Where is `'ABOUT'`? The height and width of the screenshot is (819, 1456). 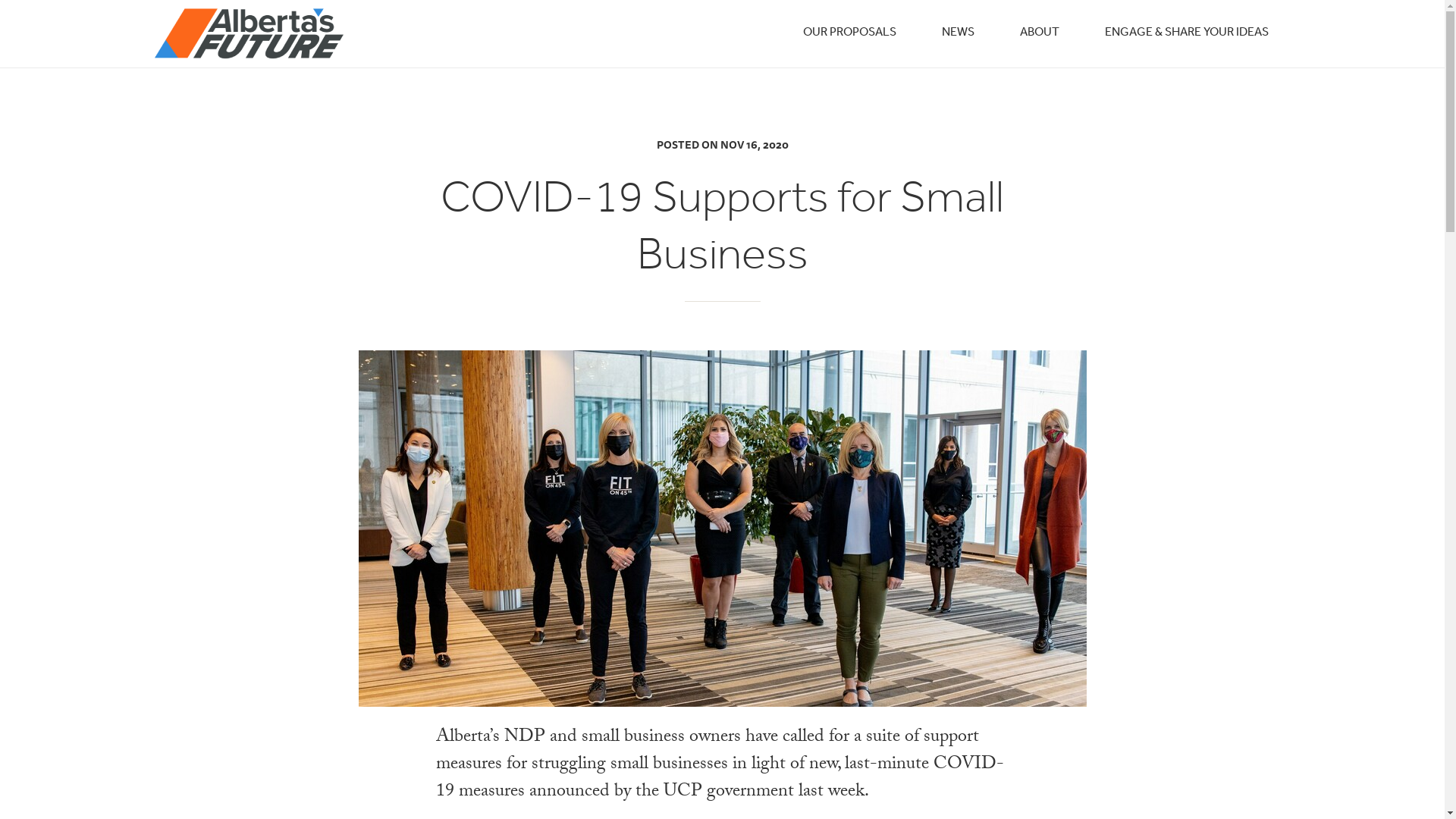
'ABOUT' is located at coordinates (1037, 32).